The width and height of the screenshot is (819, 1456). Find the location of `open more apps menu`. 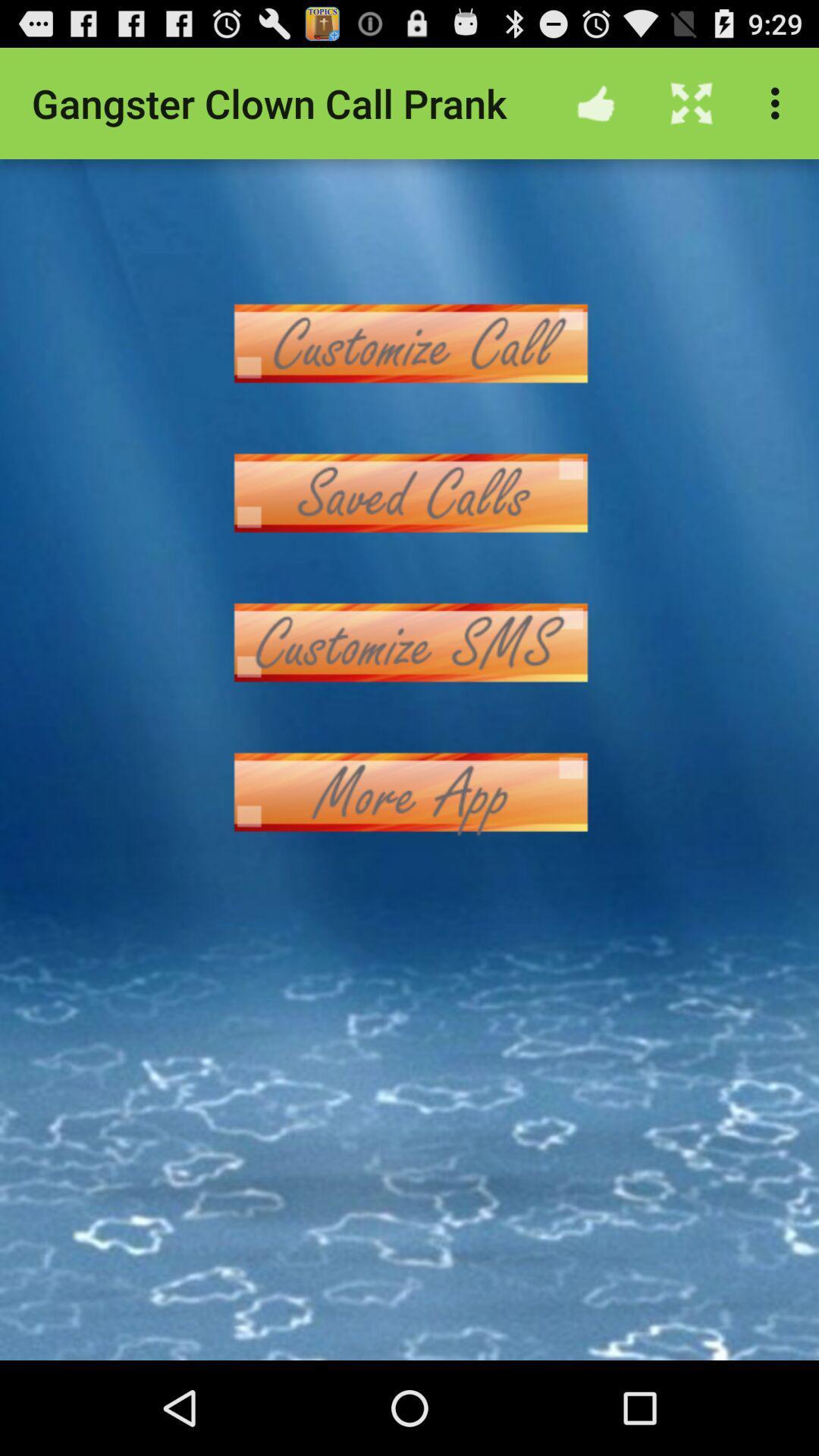

open more apps menu is located at coordinates (409, 791).